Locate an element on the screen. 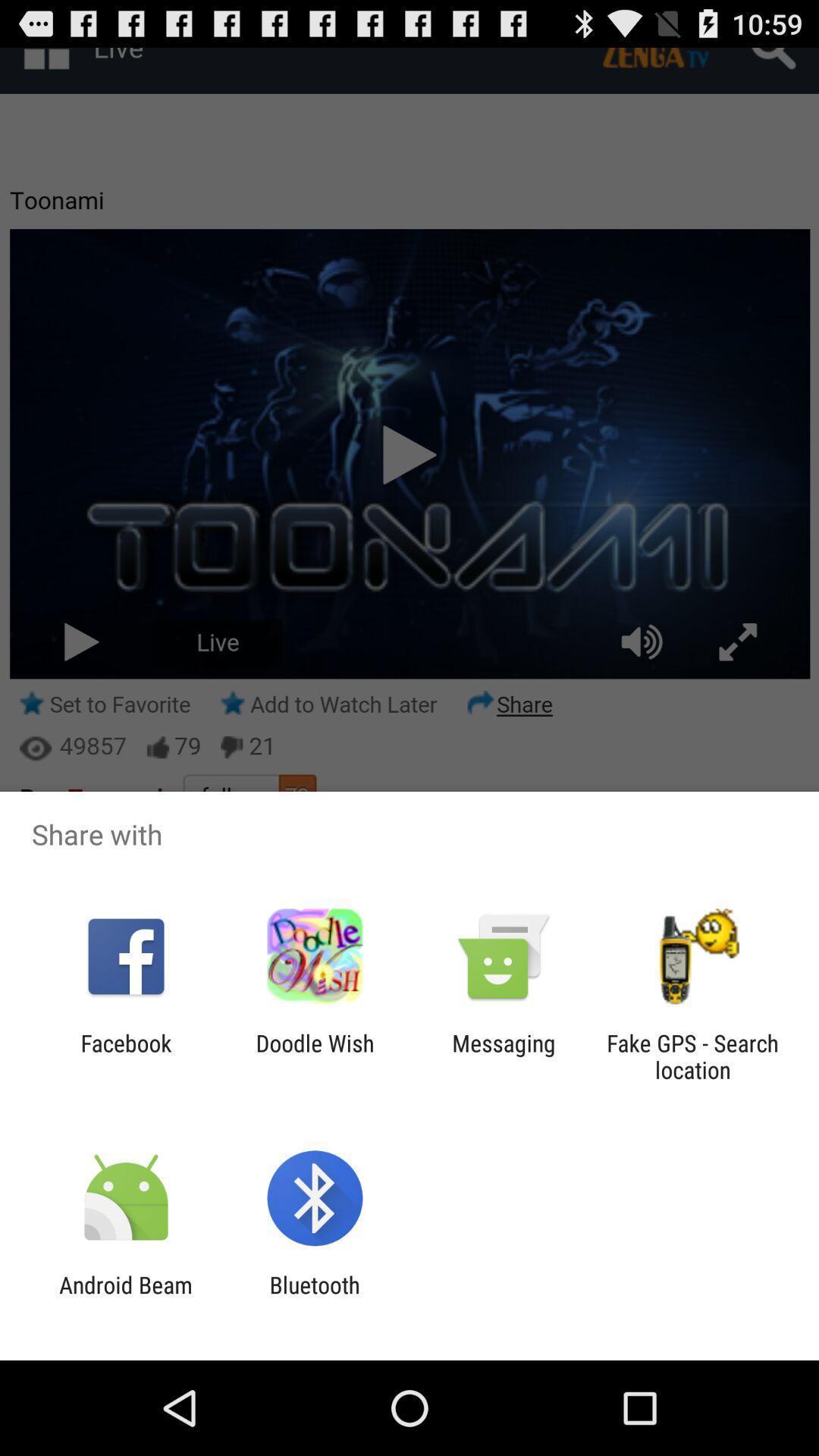 The width and height of the screenshot is (819, 1456). app to the left of the fake gps search is located at coordinates (504, 1056).